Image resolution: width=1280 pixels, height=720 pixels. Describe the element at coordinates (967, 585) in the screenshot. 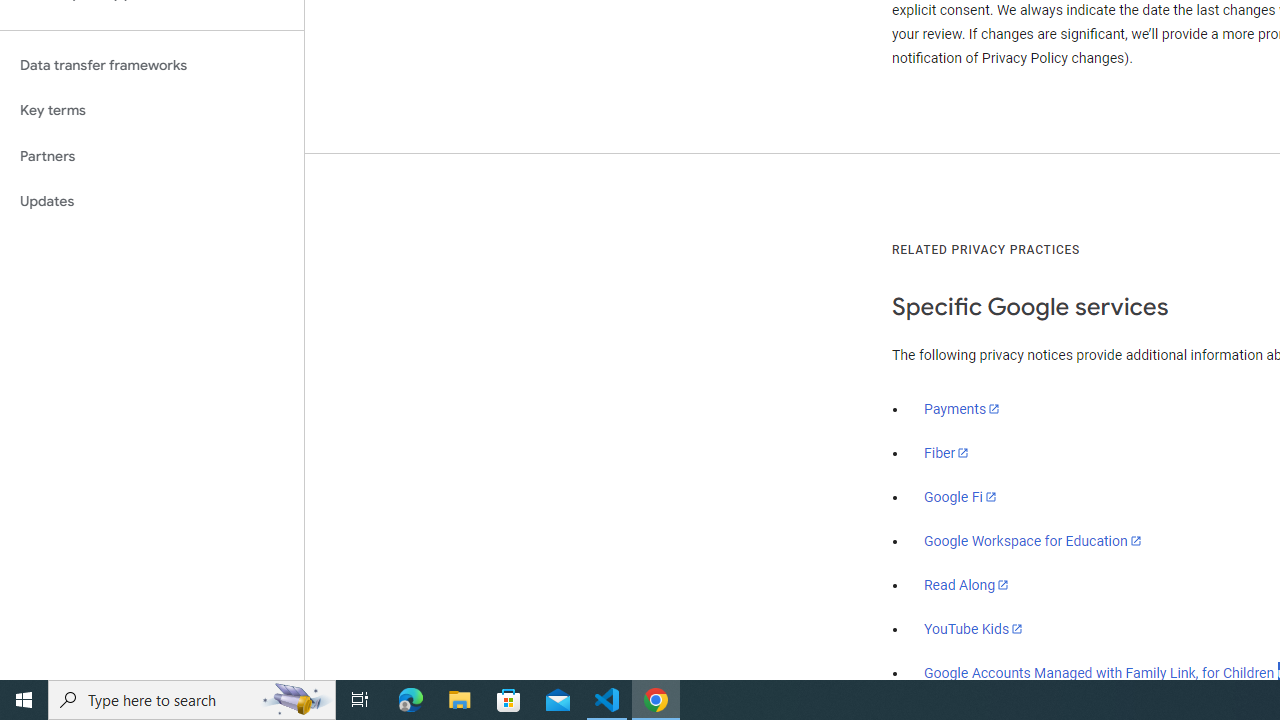

I see `'Read Along'` at that location.